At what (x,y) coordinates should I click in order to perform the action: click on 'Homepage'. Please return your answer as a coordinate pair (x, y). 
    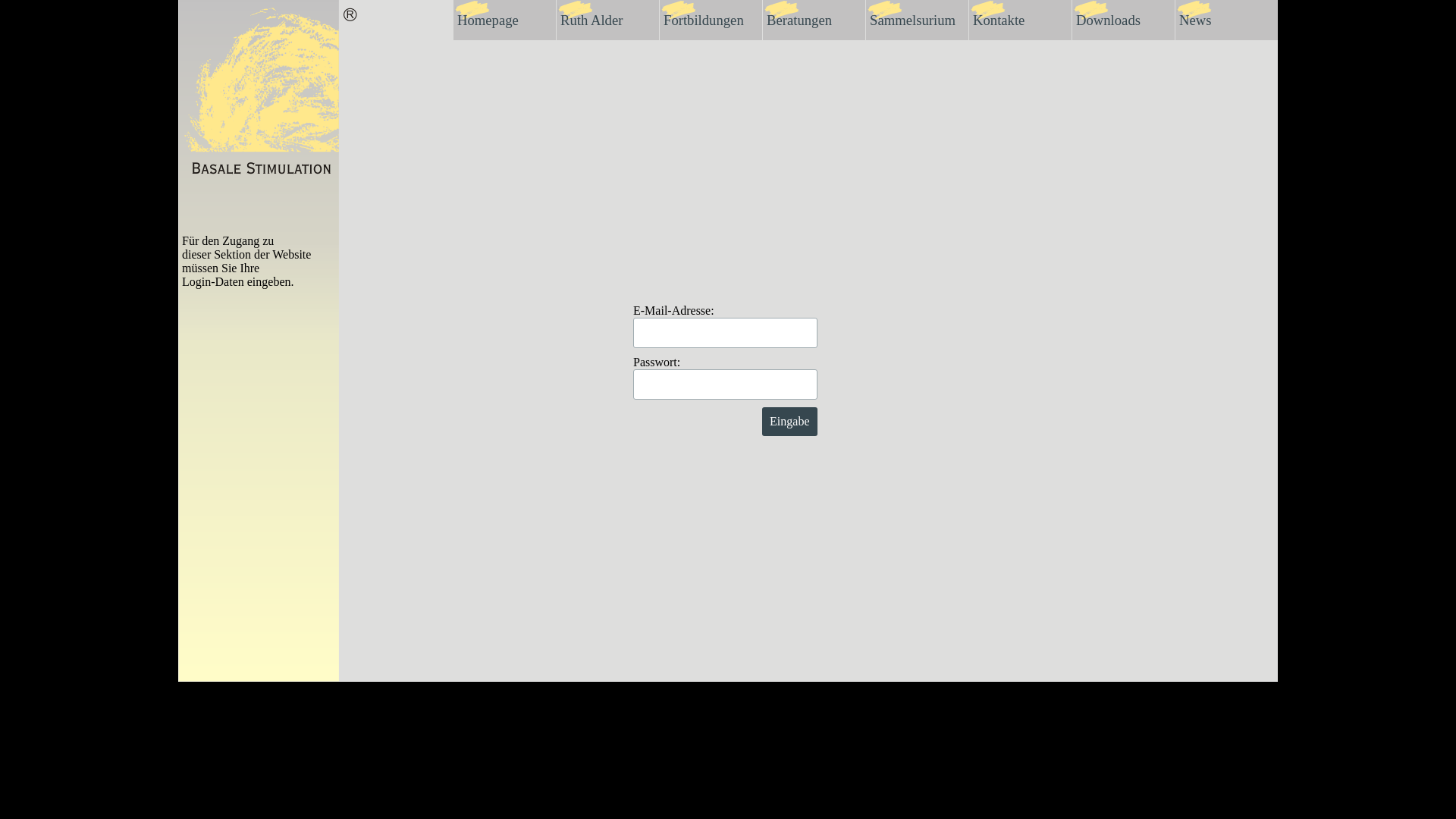
    Looking at the image, I should click on (504, 20).